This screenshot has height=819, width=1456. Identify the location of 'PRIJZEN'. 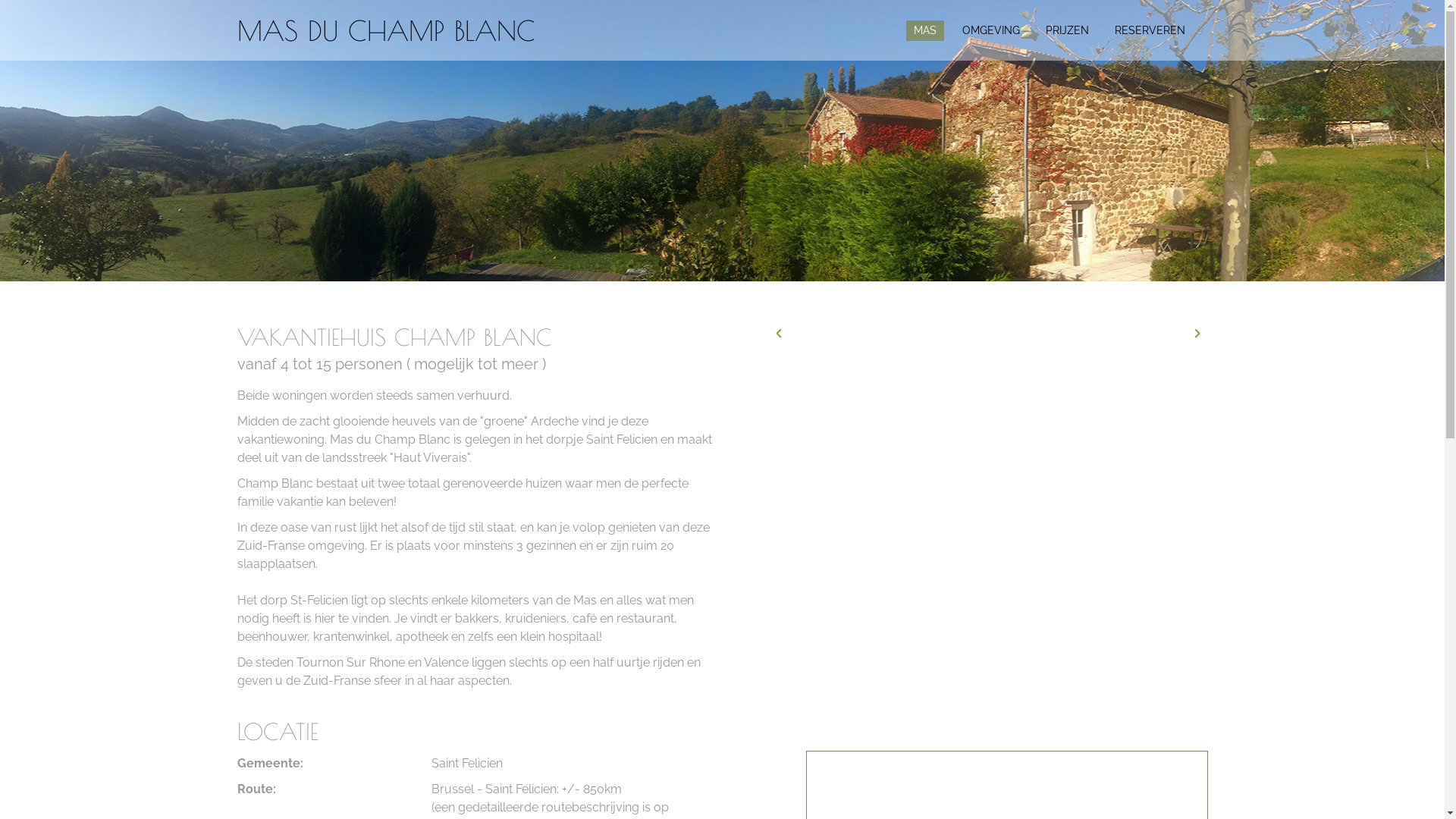
(1065, 30).